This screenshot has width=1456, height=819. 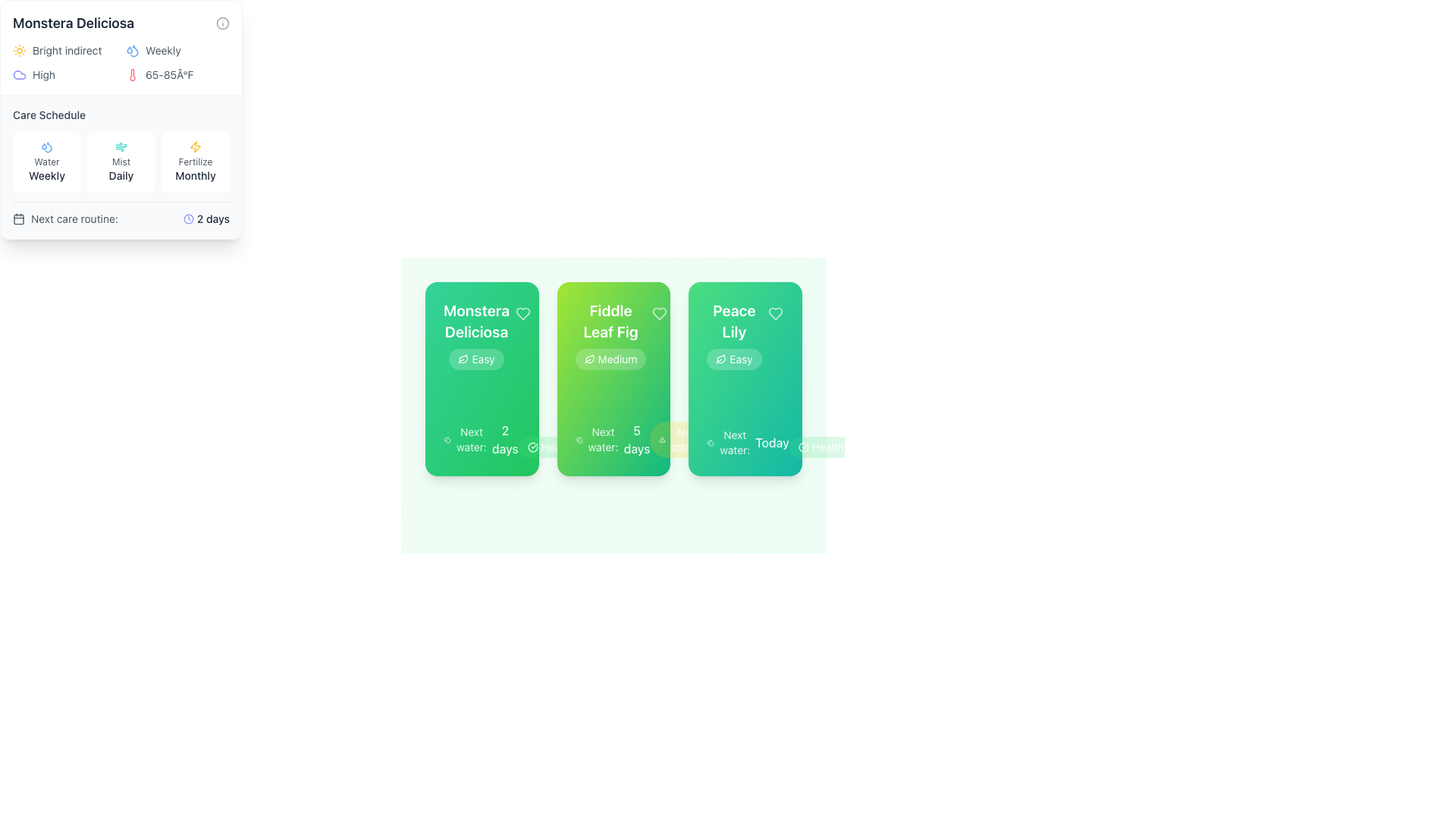 What do you see at coordinates (602, 439) in the screenshot?
I see `the label that indicates the upcoming watering schedule for the Fiddle Leaf Fig plant, located in the middle card under the title` at bounding box center [602, 439].